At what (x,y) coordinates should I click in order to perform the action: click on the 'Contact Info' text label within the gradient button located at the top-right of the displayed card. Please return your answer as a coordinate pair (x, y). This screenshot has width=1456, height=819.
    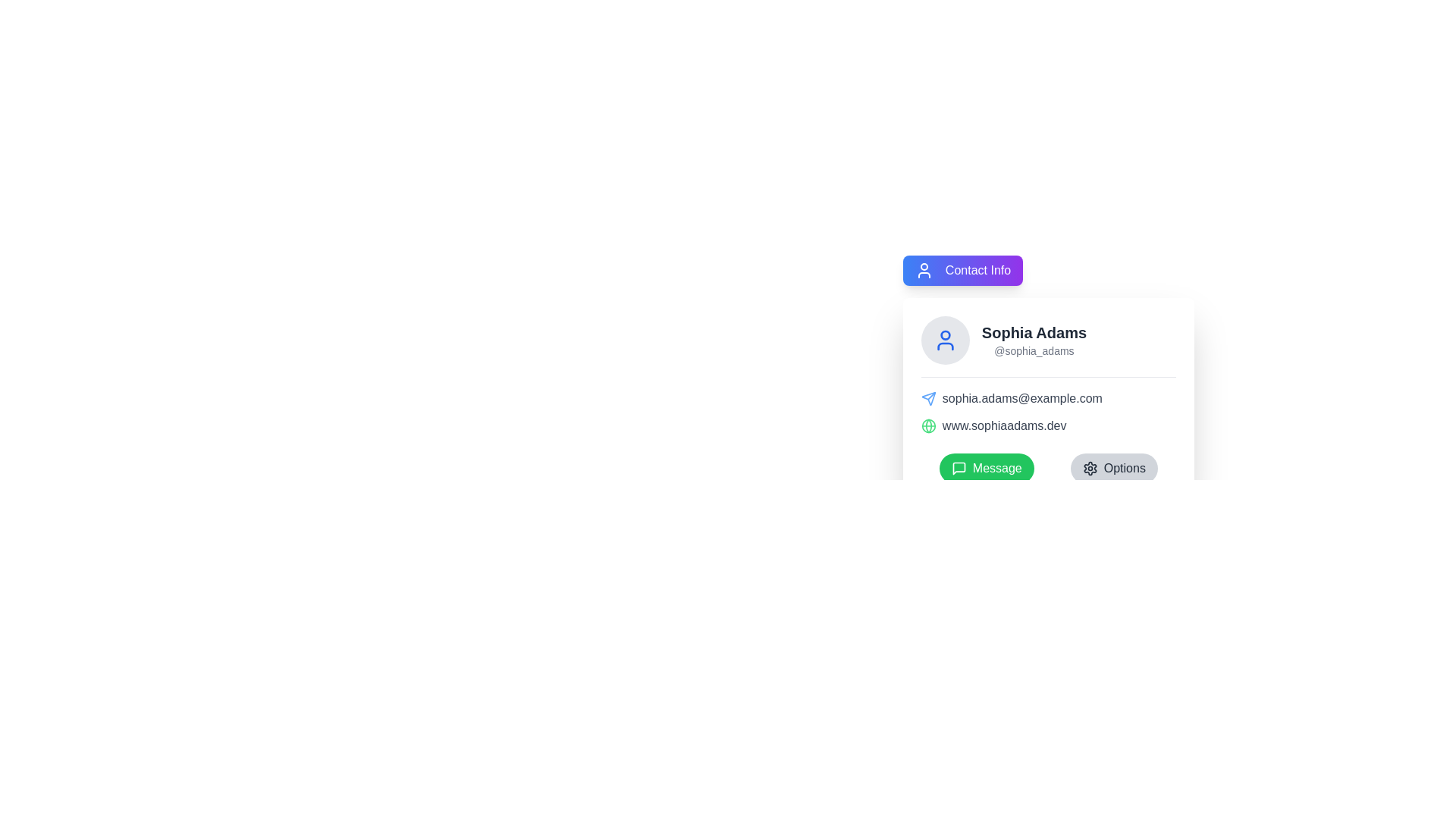
    Looking at the image, I should click on (978, 270).